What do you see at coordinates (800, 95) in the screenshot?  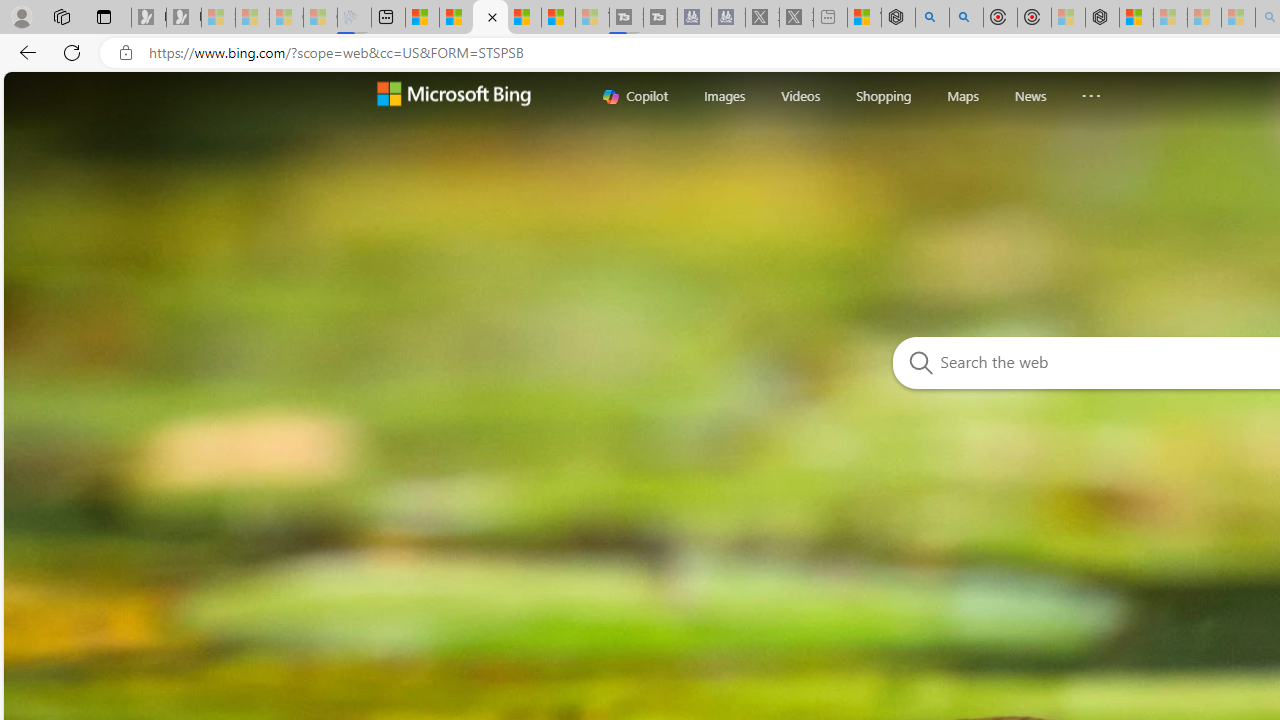 I see `'Videos'` at bounding box center [800, 95].